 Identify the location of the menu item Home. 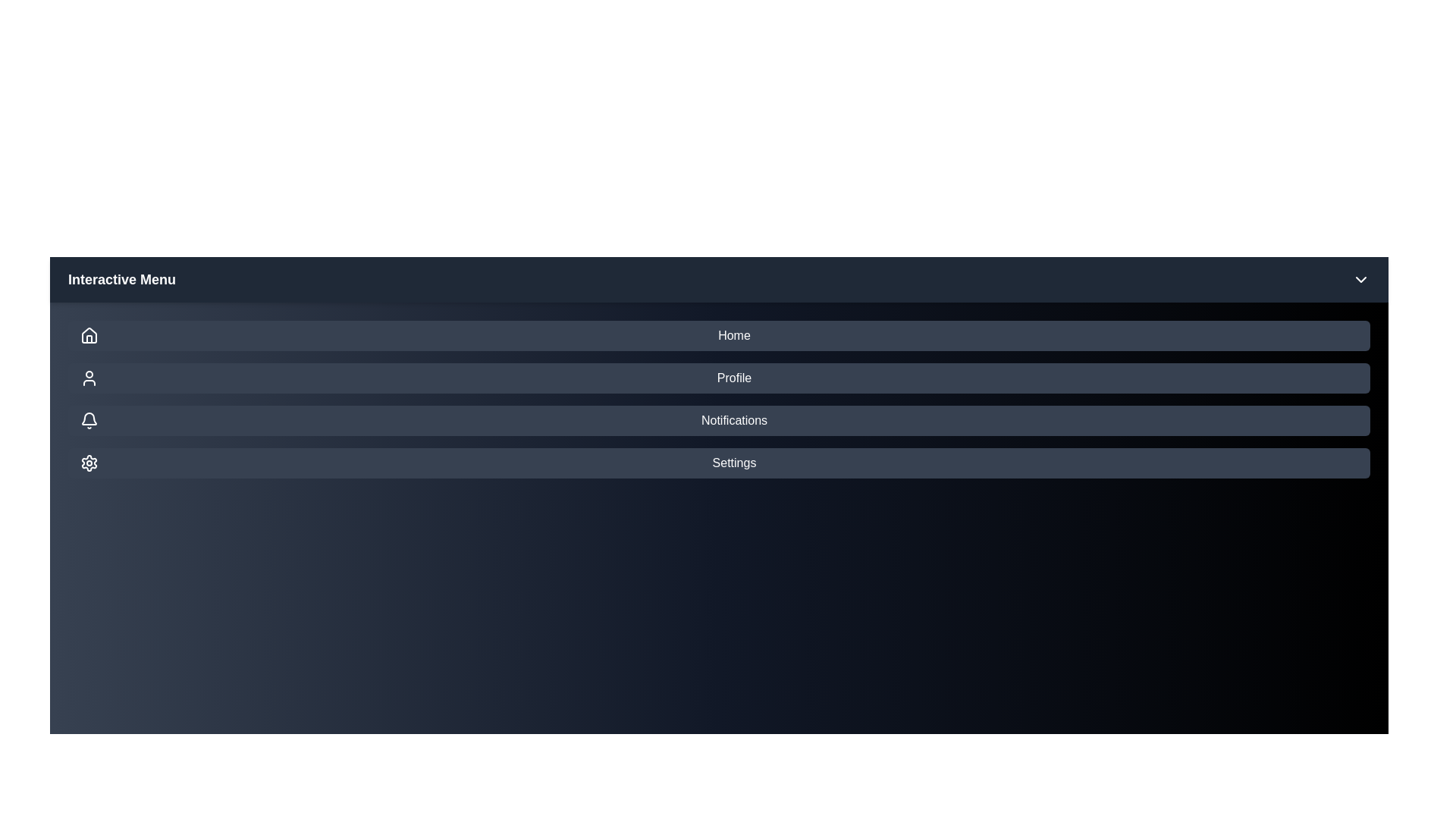
(718, 335).